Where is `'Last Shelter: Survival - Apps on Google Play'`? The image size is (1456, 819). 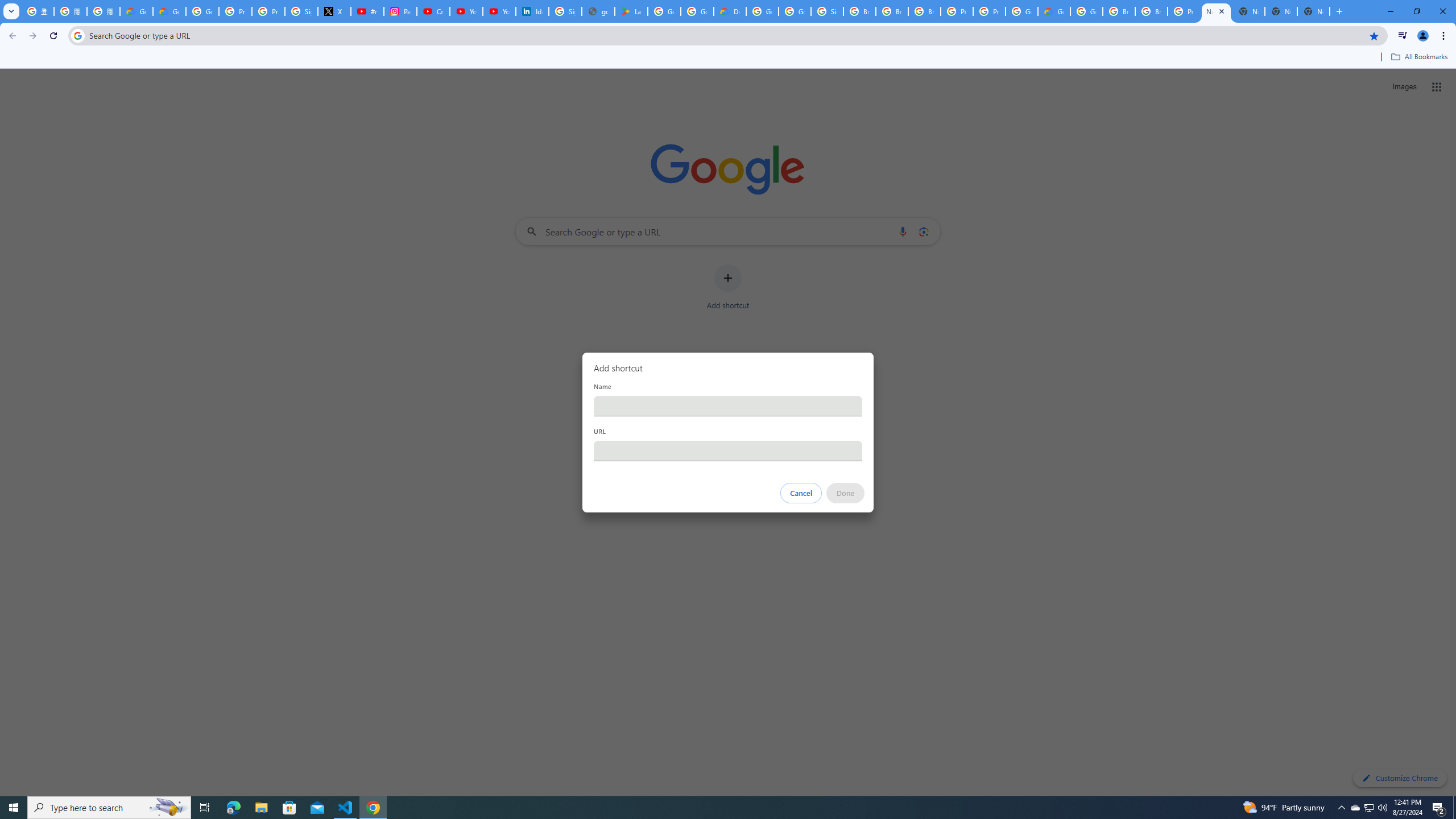
'Last Shelter: Survival - Apps on Google Play' is located at coordinates (630, 11).